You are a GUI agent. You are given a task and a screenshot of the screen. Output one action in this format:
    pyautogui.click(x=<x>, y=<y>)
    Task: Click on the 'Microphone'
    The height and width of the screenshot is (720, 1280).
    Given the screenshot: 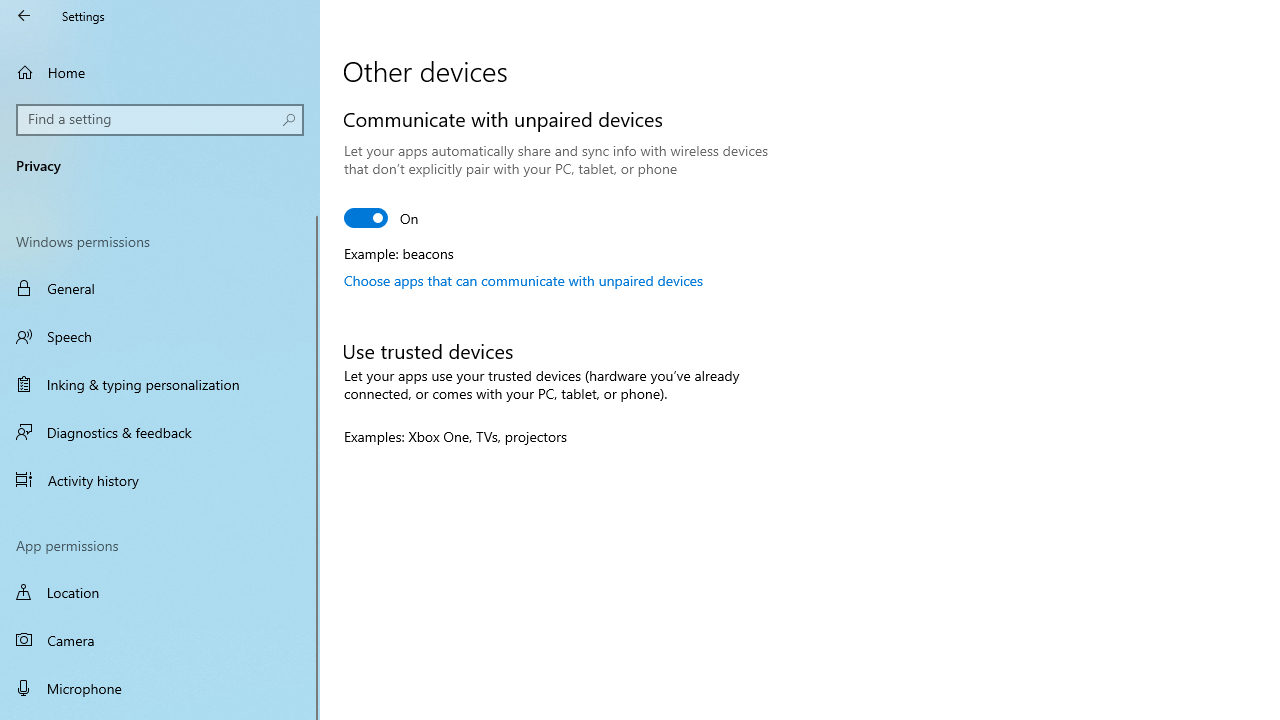 What is the action you would take?
    pyautogui.click(x=160, y=686)
    